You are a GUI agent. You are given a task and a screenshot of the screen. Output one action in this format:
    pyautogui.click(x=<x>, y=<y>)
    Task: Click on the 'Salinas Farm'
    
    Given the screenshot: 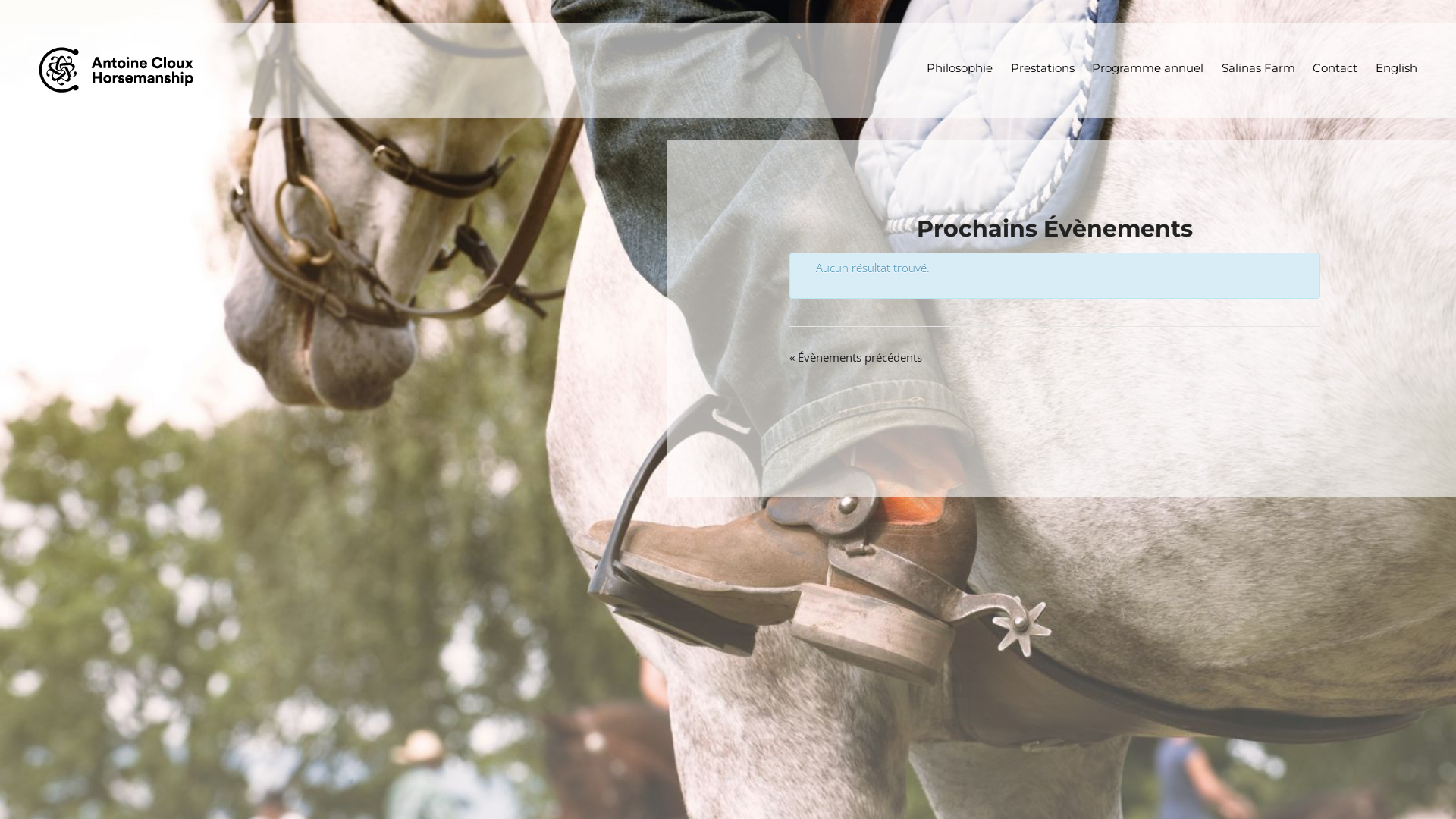 What is the action you would take?
    pyautogui.click(x=1259, y=68)
    